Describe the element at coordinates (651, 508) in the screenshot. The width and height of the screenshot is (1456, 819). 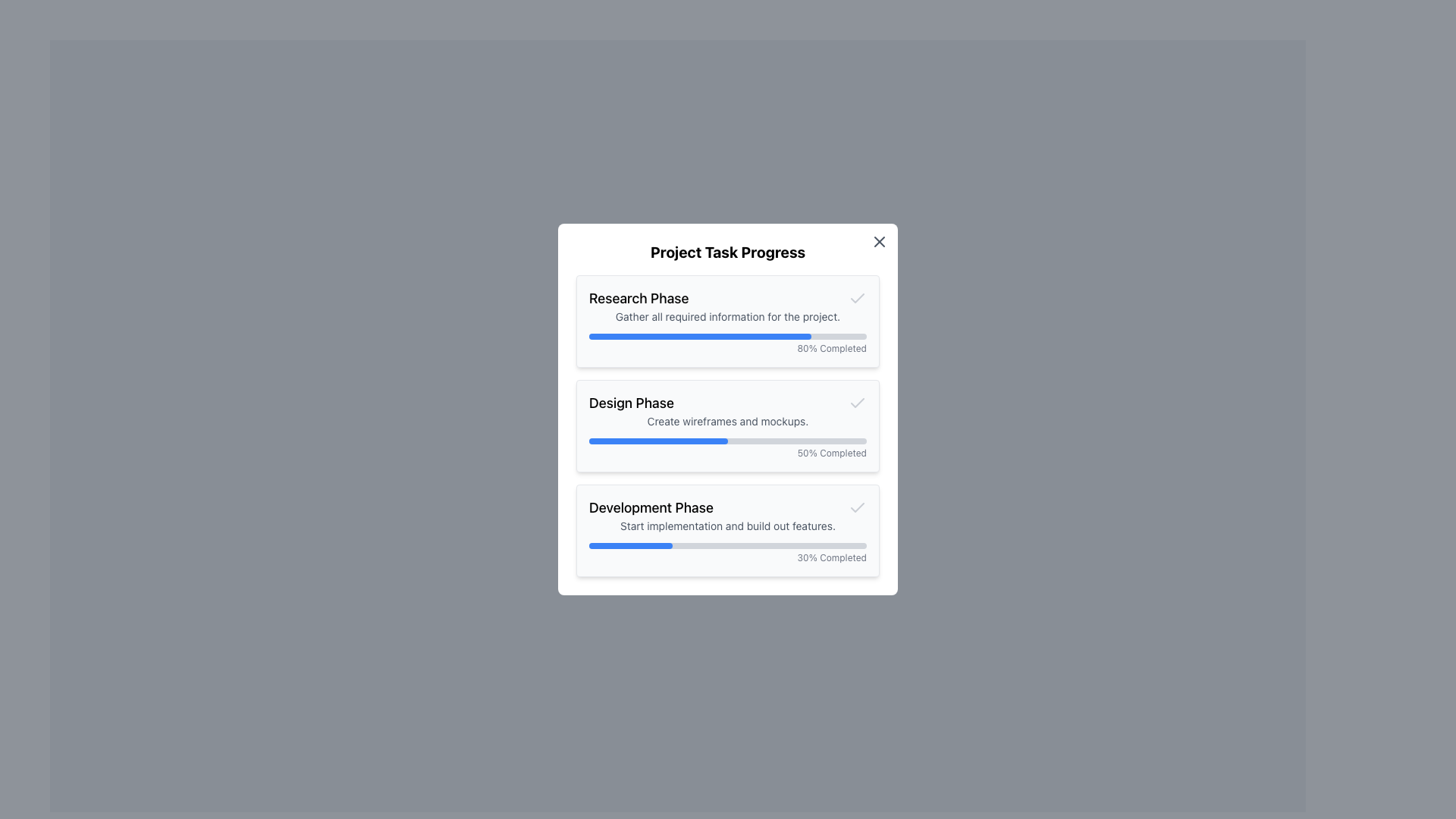
I see `the left-aligned title of the third list item in the project progress modal, which serves as the heading for a specific task phase` at that location.